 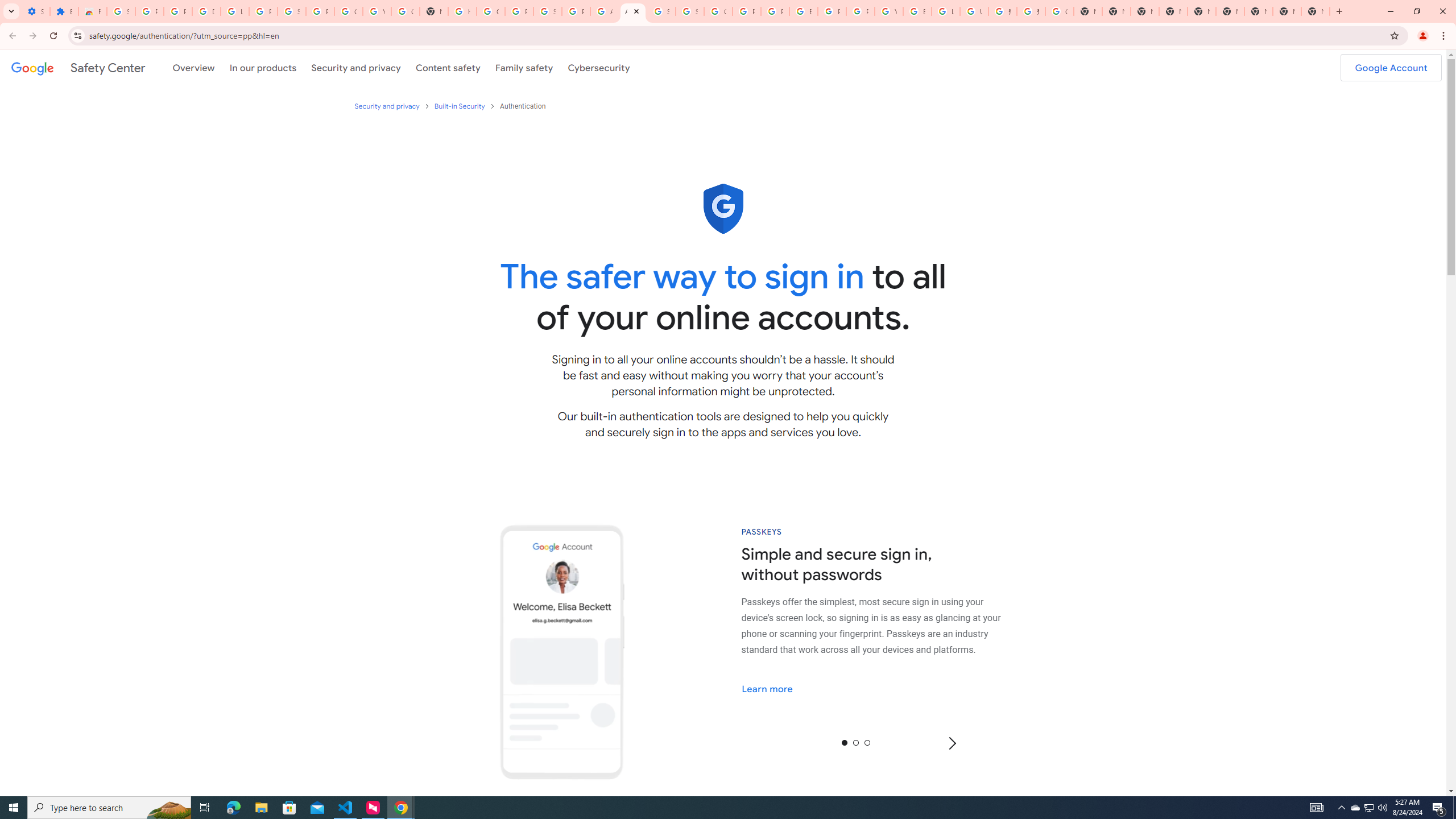 What do you see at coordinates (234, 11) in the screenshot?
I see `'Learn how to find your photos - Google Photos Help'` at bounding box center [234, 11].